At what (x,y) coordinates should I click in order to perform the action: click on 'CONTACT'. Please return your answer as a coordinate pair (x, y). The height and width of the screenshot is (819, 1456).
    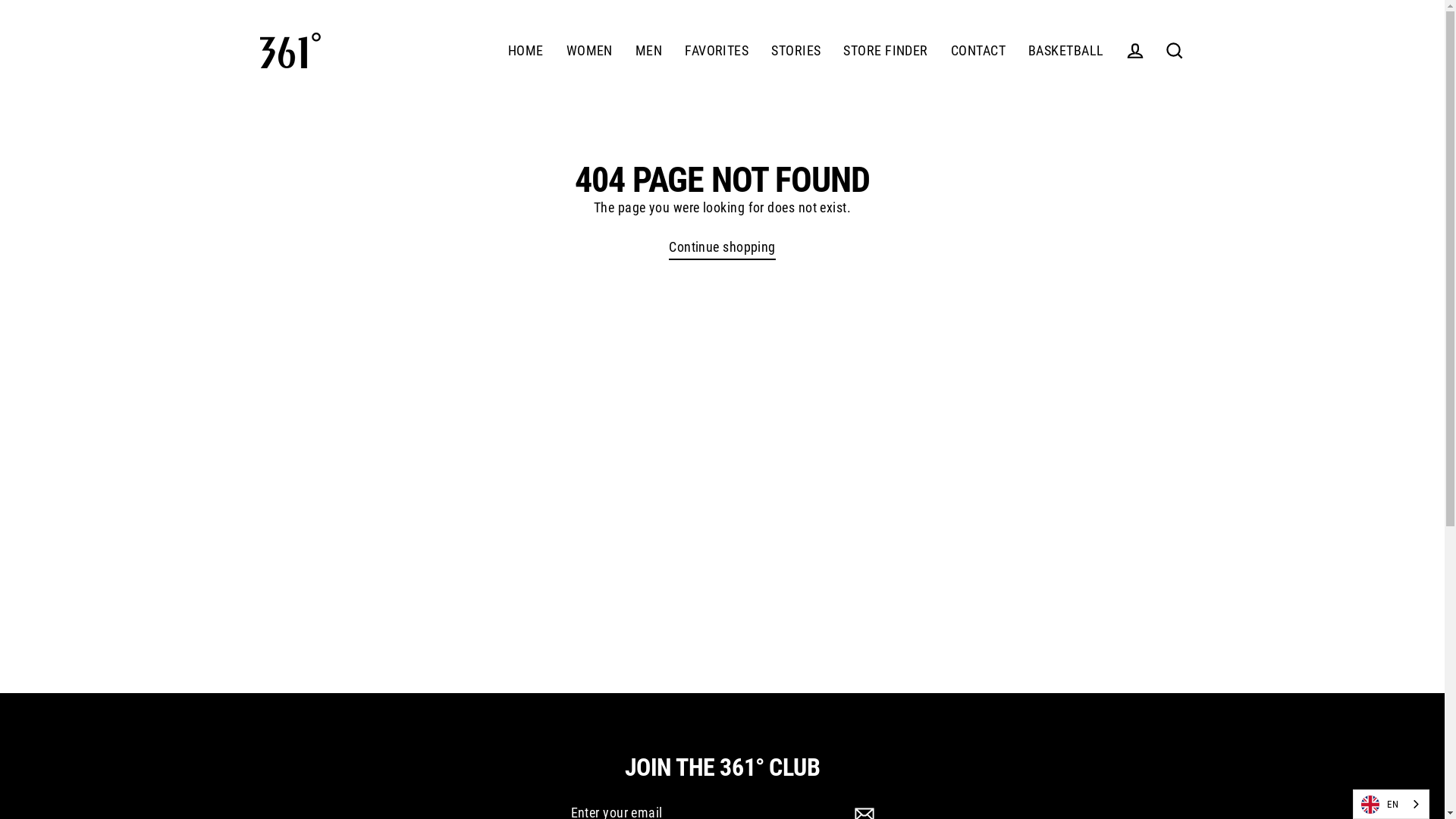
    Looking at the image, I should click on (978, 49).